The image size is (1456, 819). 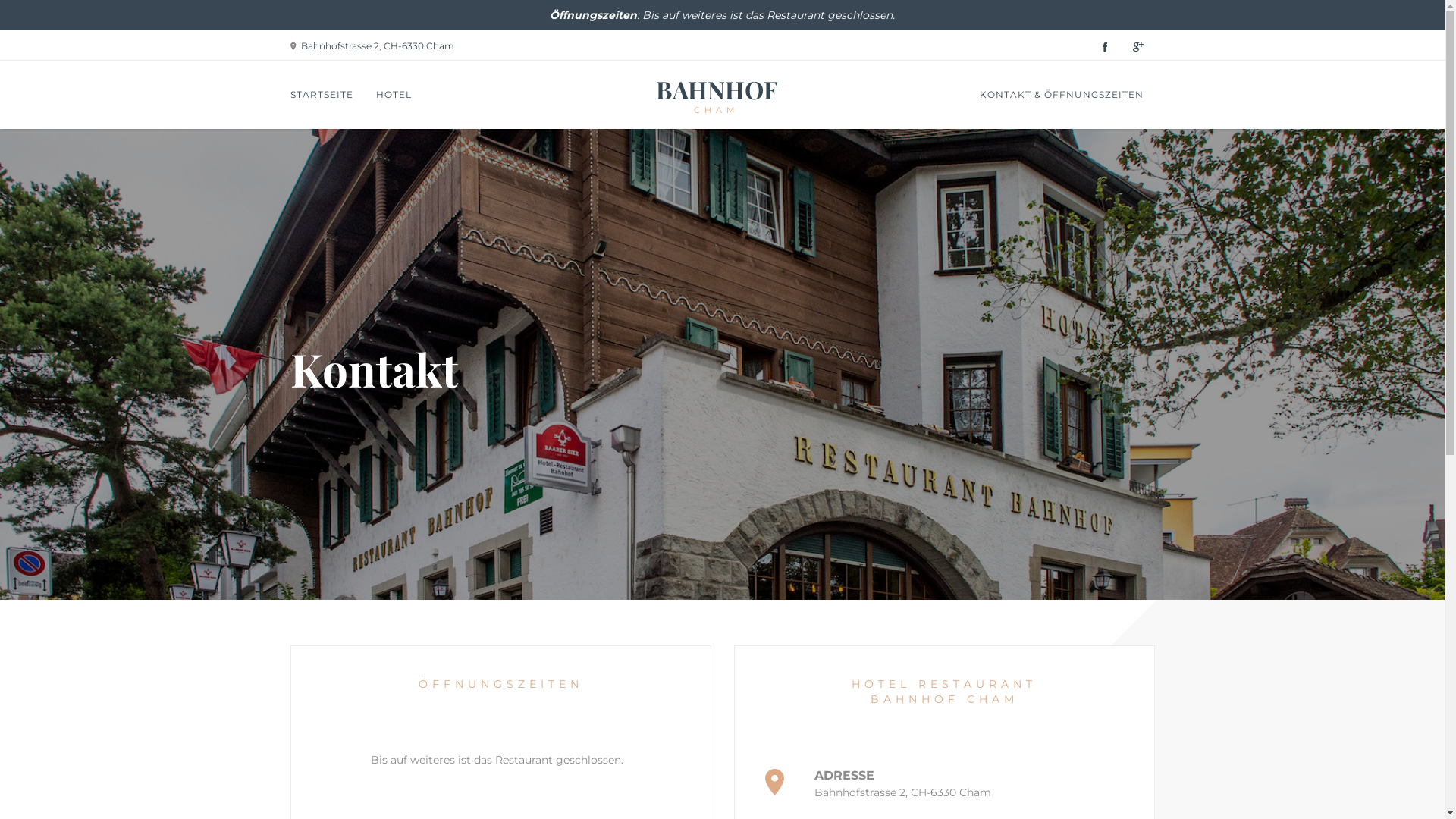 I want to click on 'Bahnhofstrasse 2, CH-6330 Cham', so click(x=377, y=45).